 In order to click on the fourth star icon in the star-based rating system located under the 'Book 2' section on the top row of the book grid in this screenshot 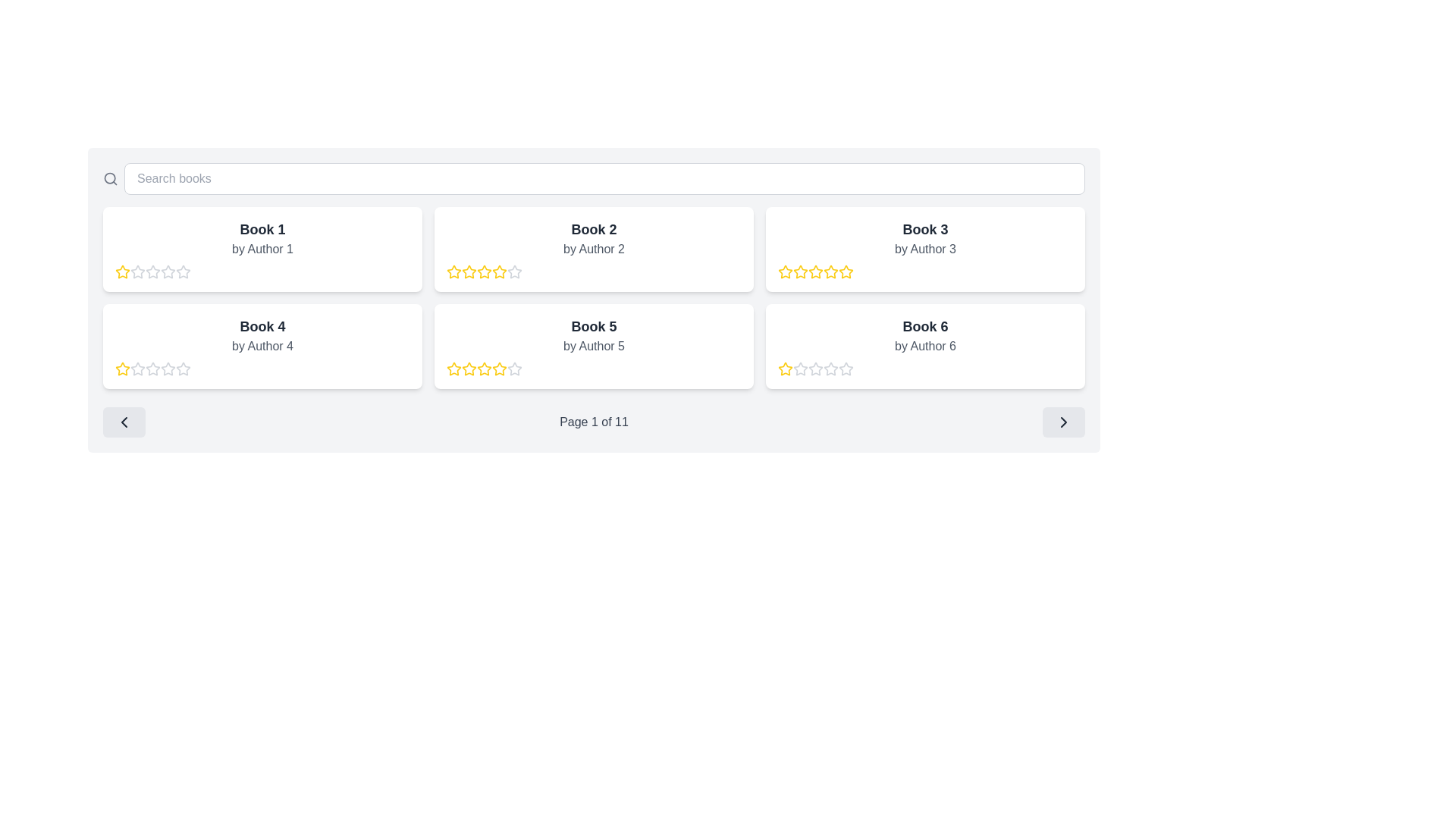, I will do `click(483, 271)`.